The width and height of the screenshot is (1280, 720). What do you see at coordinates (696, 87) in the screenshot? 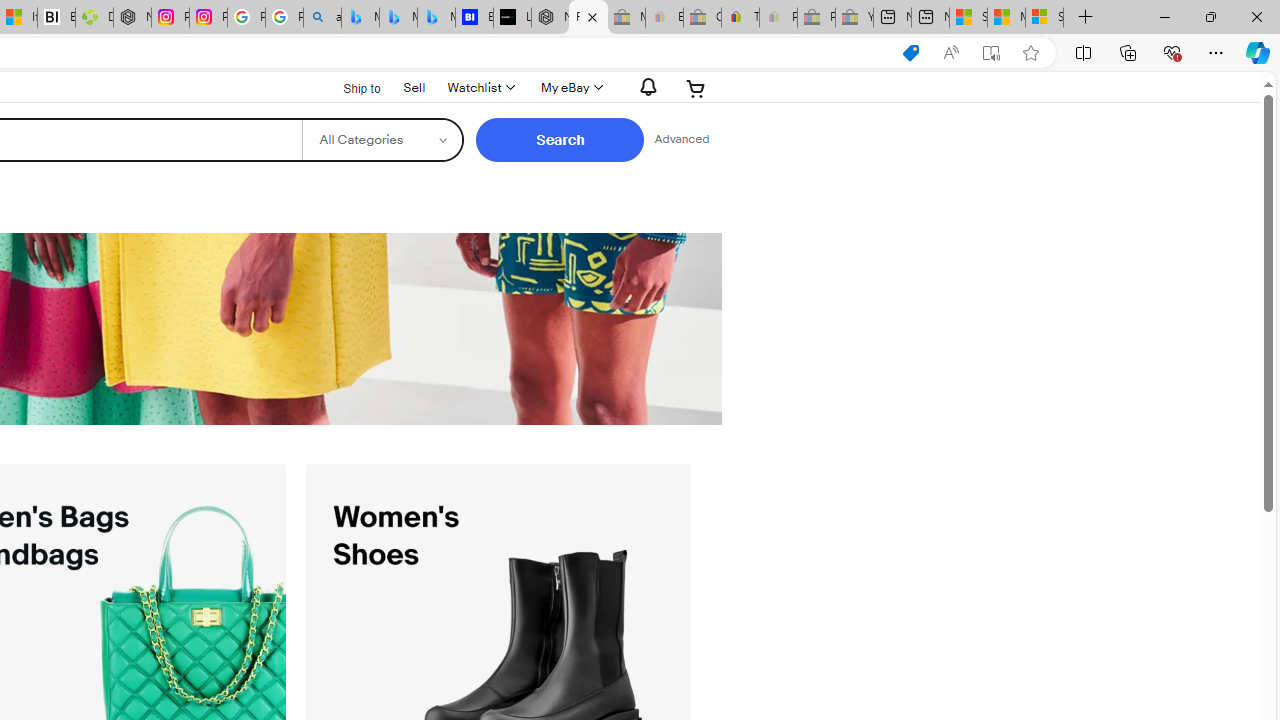
I see `'Expand Cart'` at bounding box center [696, 87].